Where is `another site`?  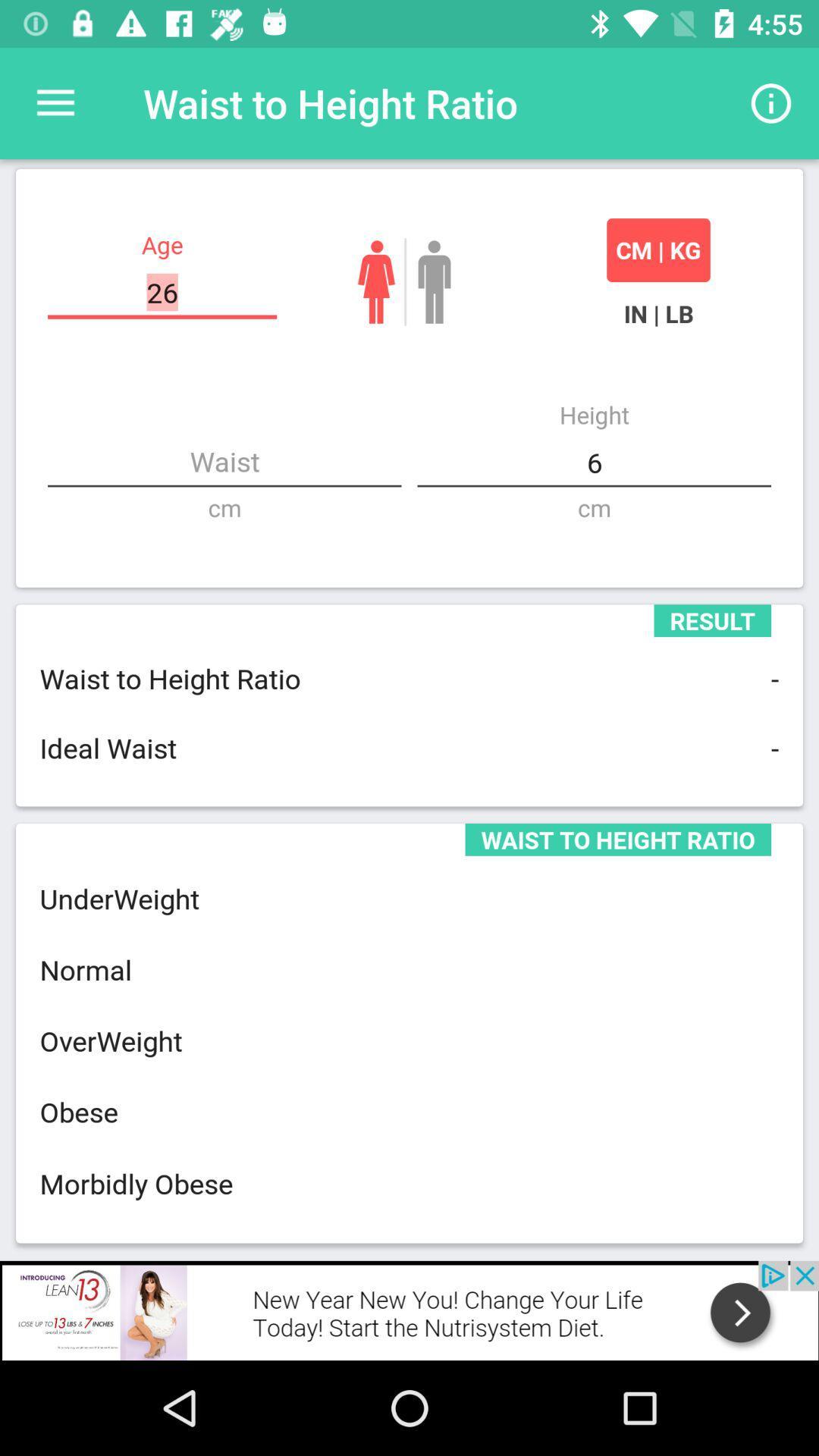 another site is located at coordinates (409, 1310).